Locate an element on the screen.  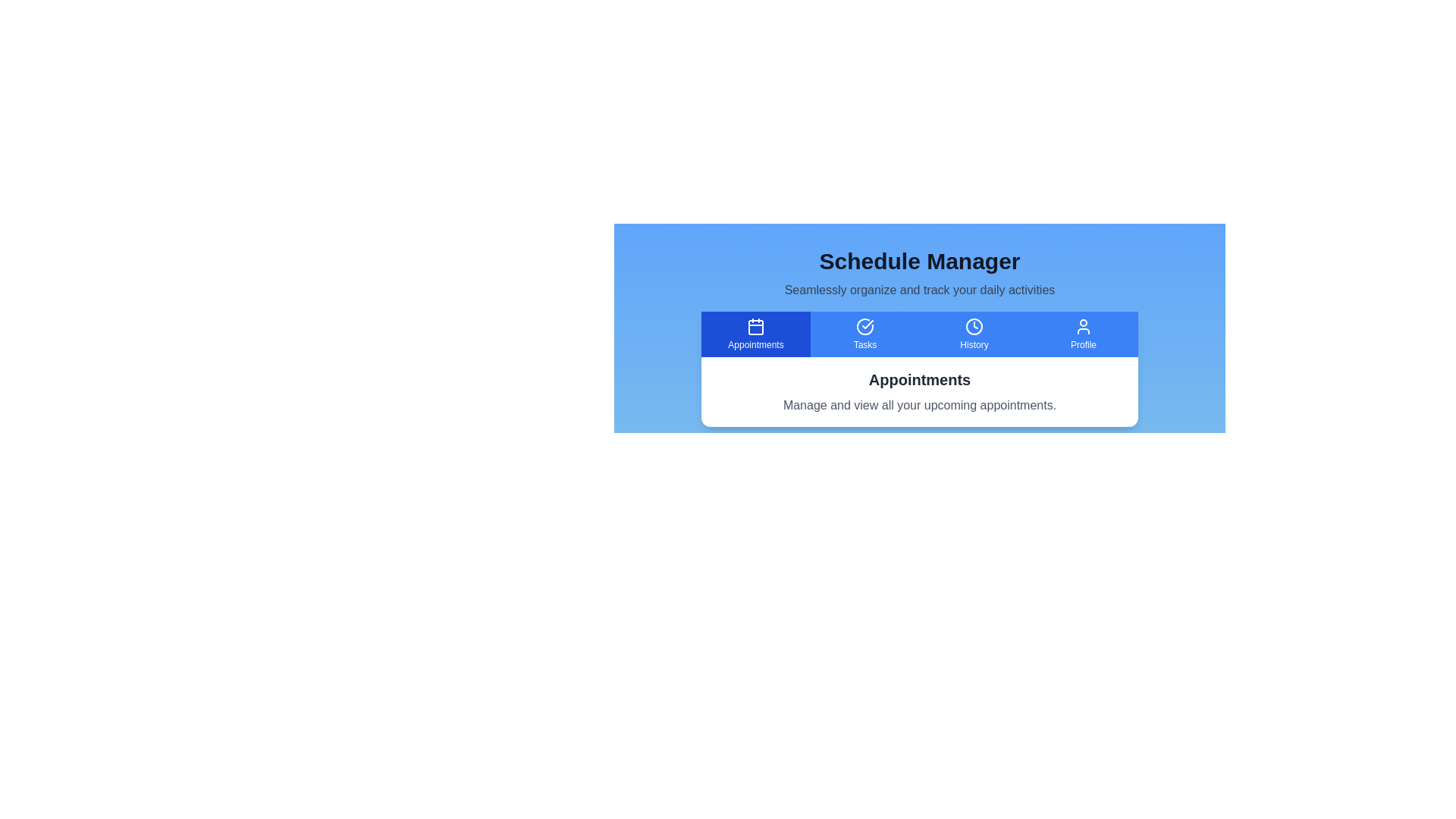
information displayed in the light gray text label that says 'Seamlessly organize and track your daily activities', which is located directly under the bold heading 'Schedule Manager' is located at coordinates (919, 290).